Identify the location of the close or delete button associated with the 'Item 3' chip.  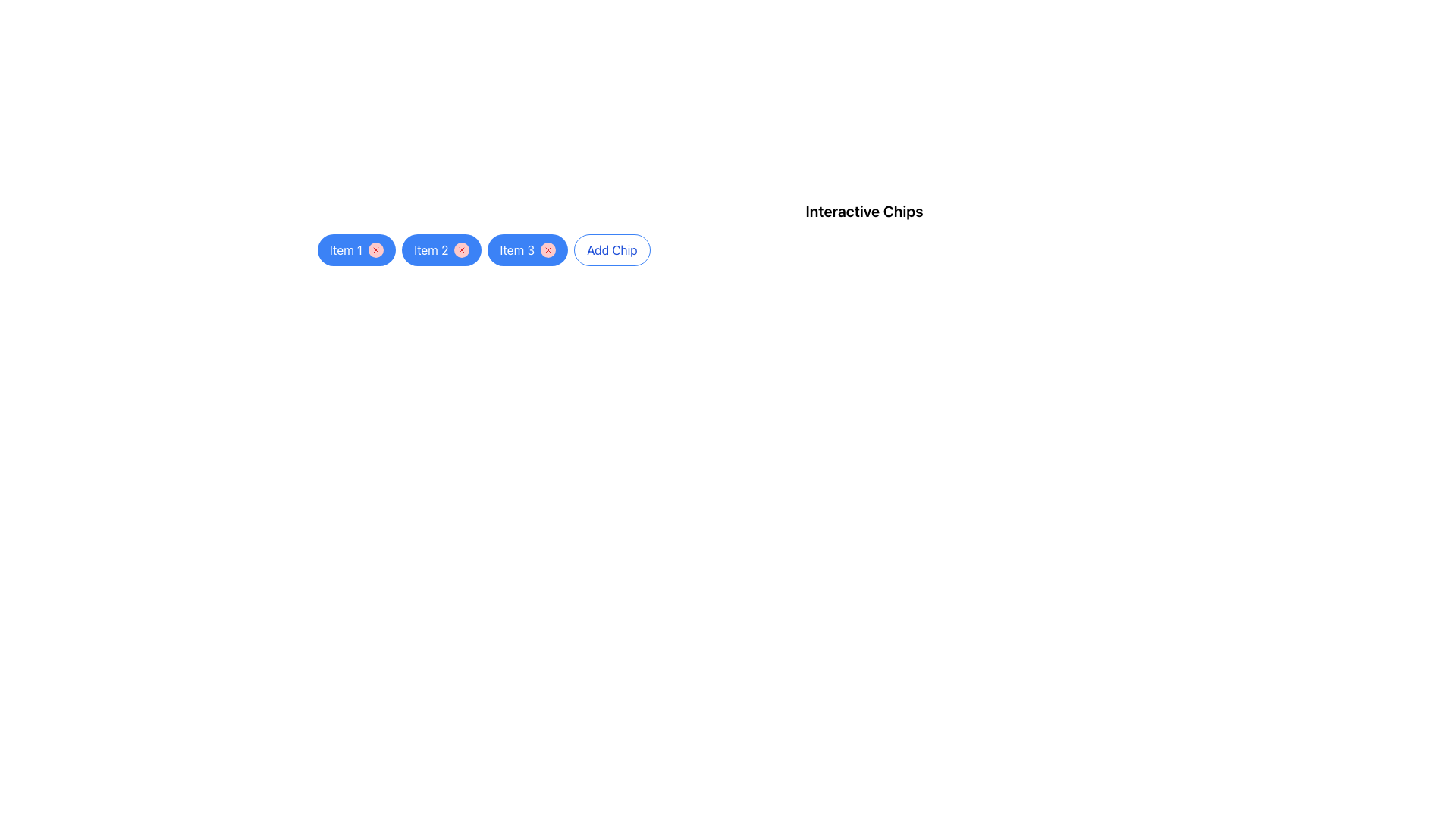
(548, 249).